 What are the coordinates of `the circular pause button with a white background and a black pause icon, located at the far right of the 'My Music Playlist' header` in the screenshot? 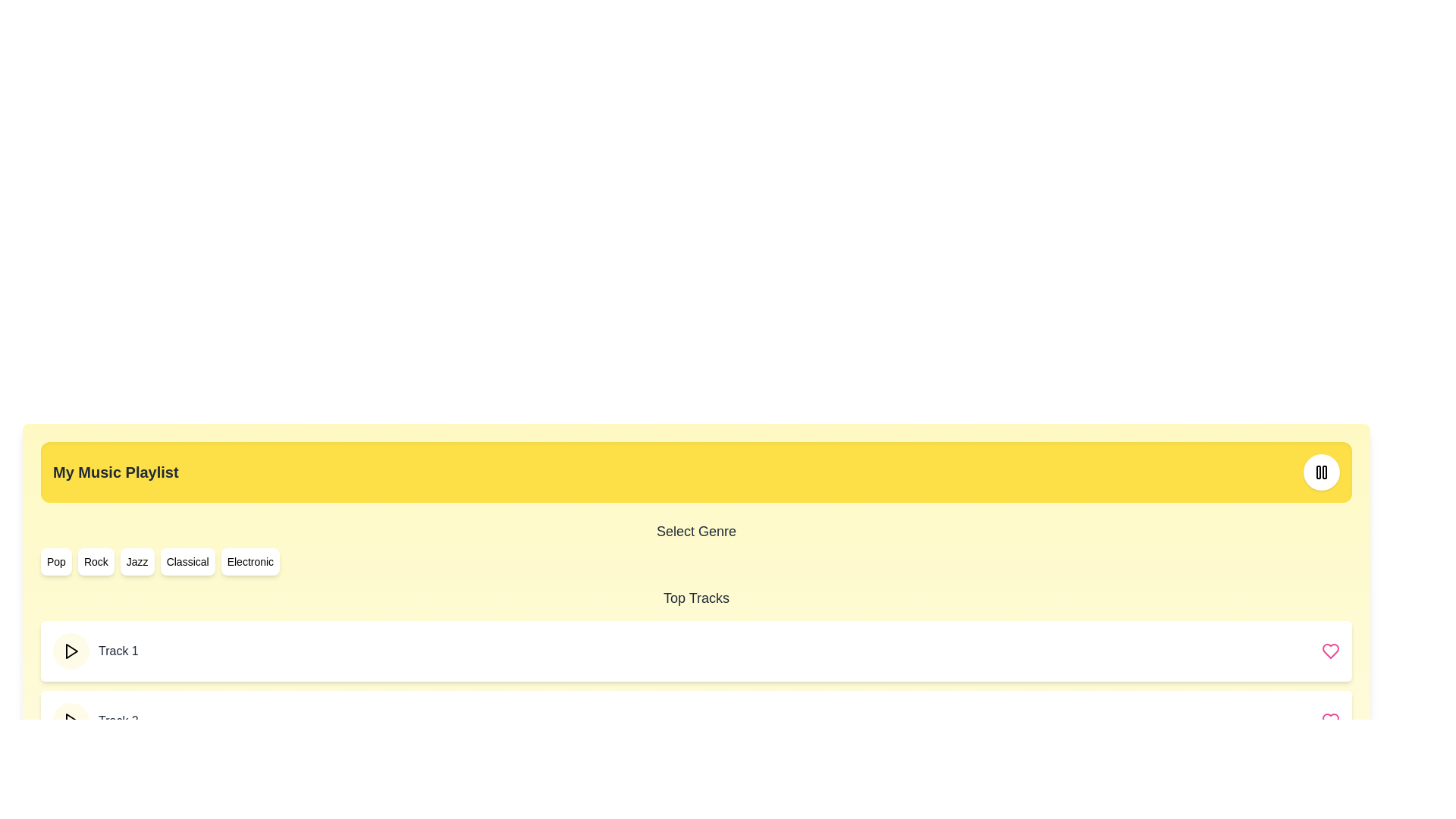 It's located at (1320, 472).